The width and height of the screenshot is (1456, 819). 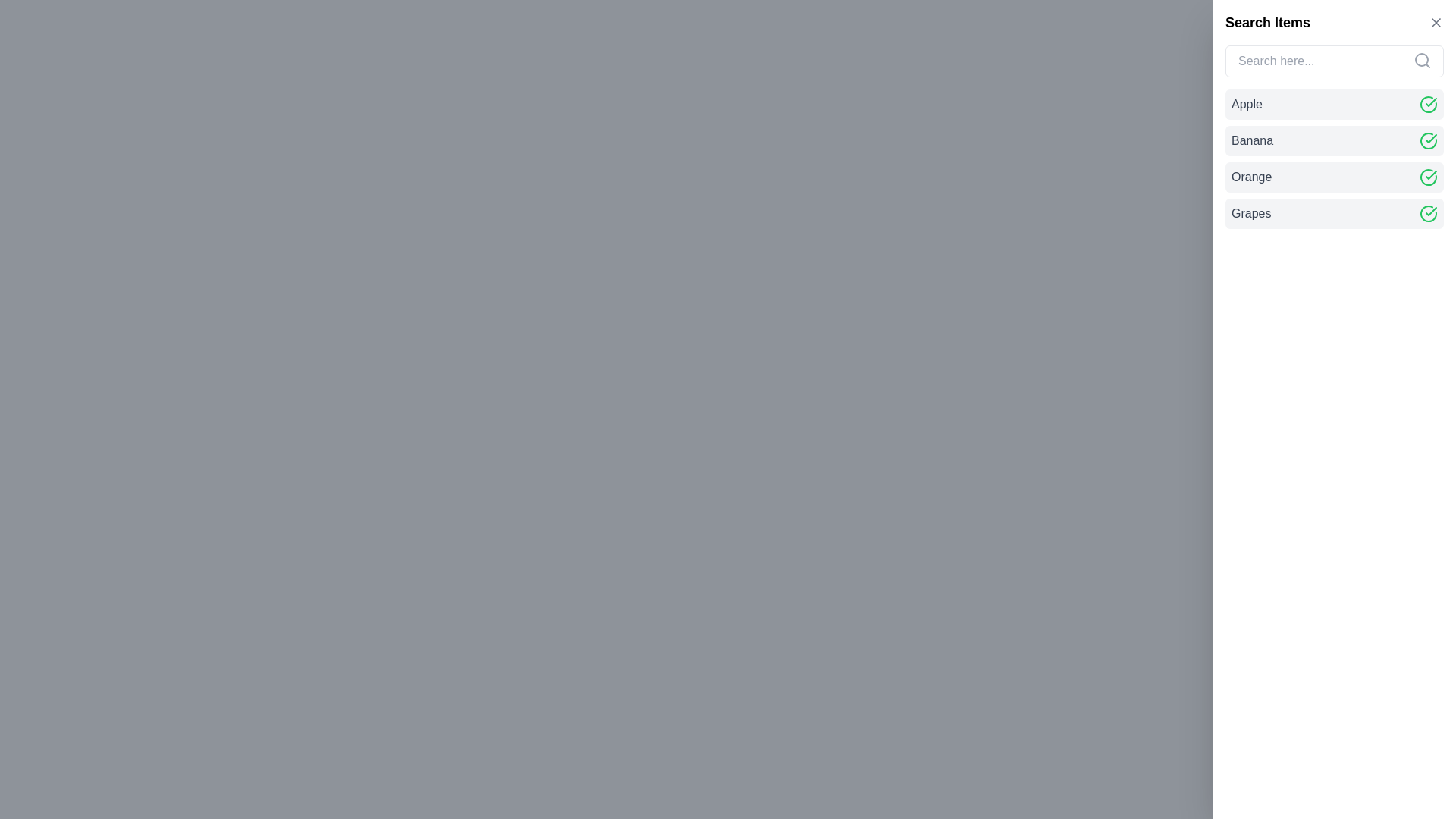 What do you see at coordinates (1335, 177) in the screenshot?
I see `the third item in the selectable list under the 'Search Items' section, which is located between 'Banana' and 'Grapes'` at bounding box center [1335, 177].